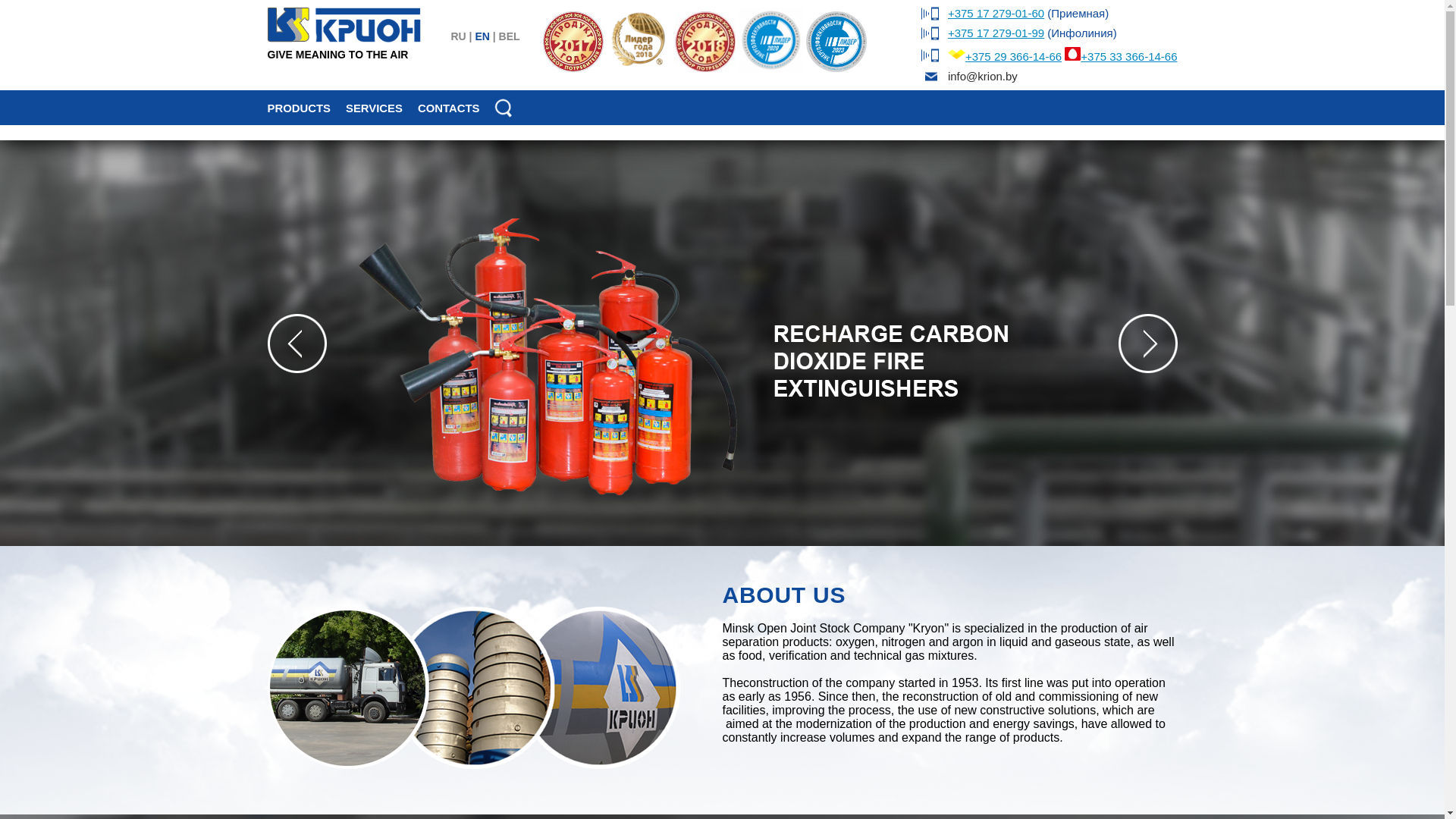  What do you see at coordinates (996, 13) in the screenshot?
I see `'+375 17 279-01-60'` at bounding box center [996, 13].